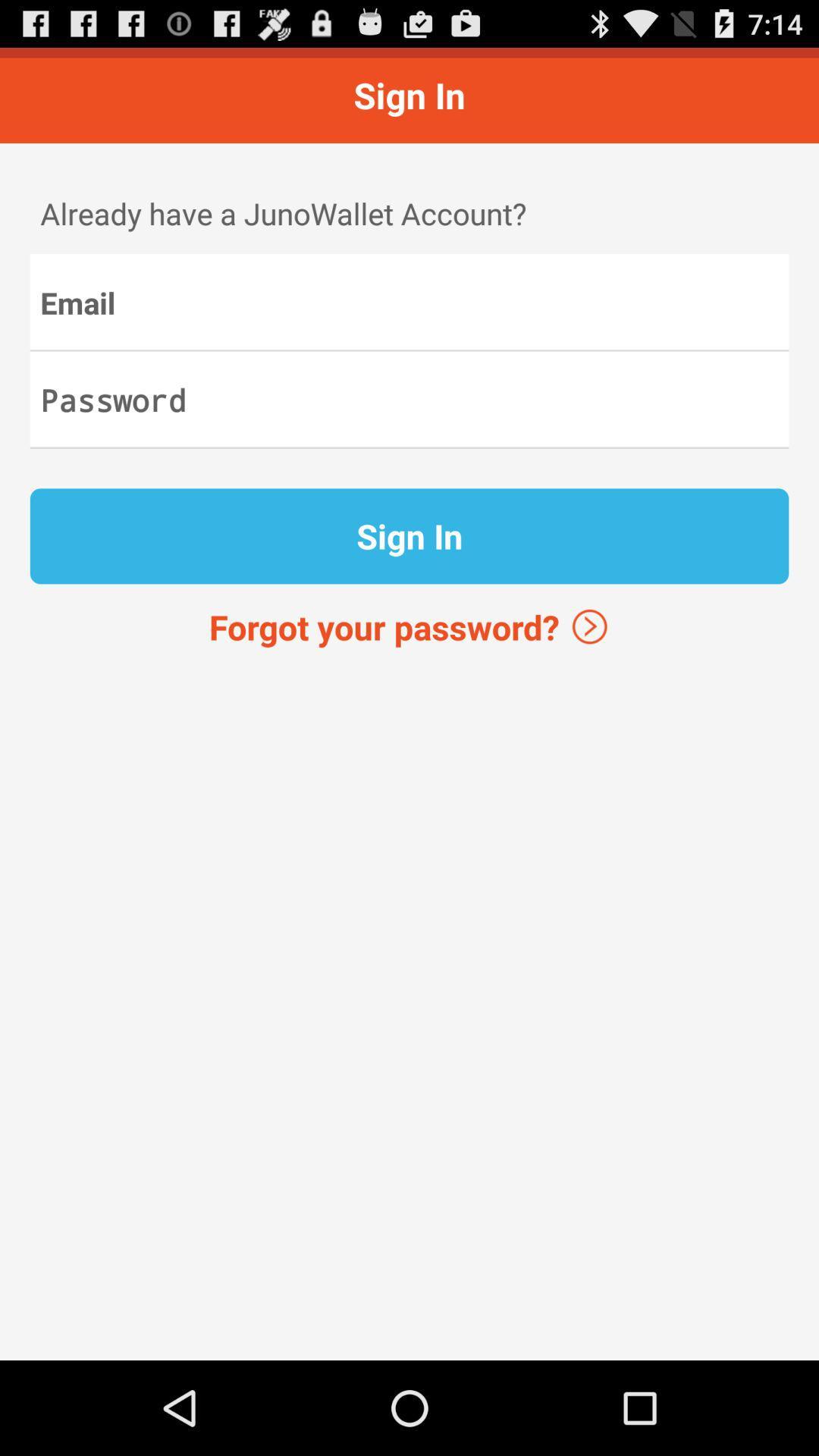  What do you see at coordinates (409, 626) in the screenshot?
I see `forgot your password? app` at bounding box center [409, 626].